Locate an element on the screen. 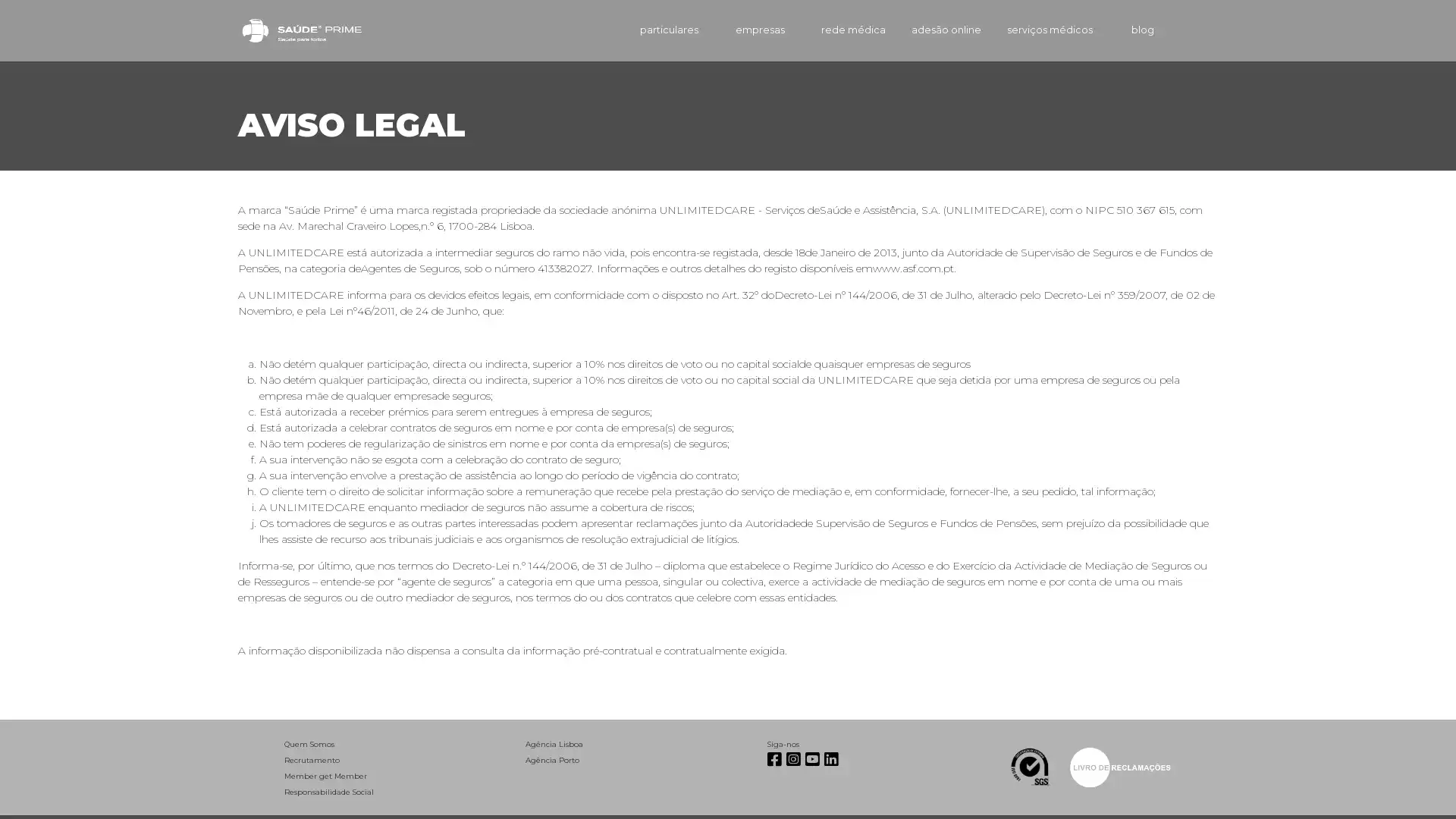 The width and height of the screenshot is (1456, 819). adesao online is located at coordinates (927, 30).